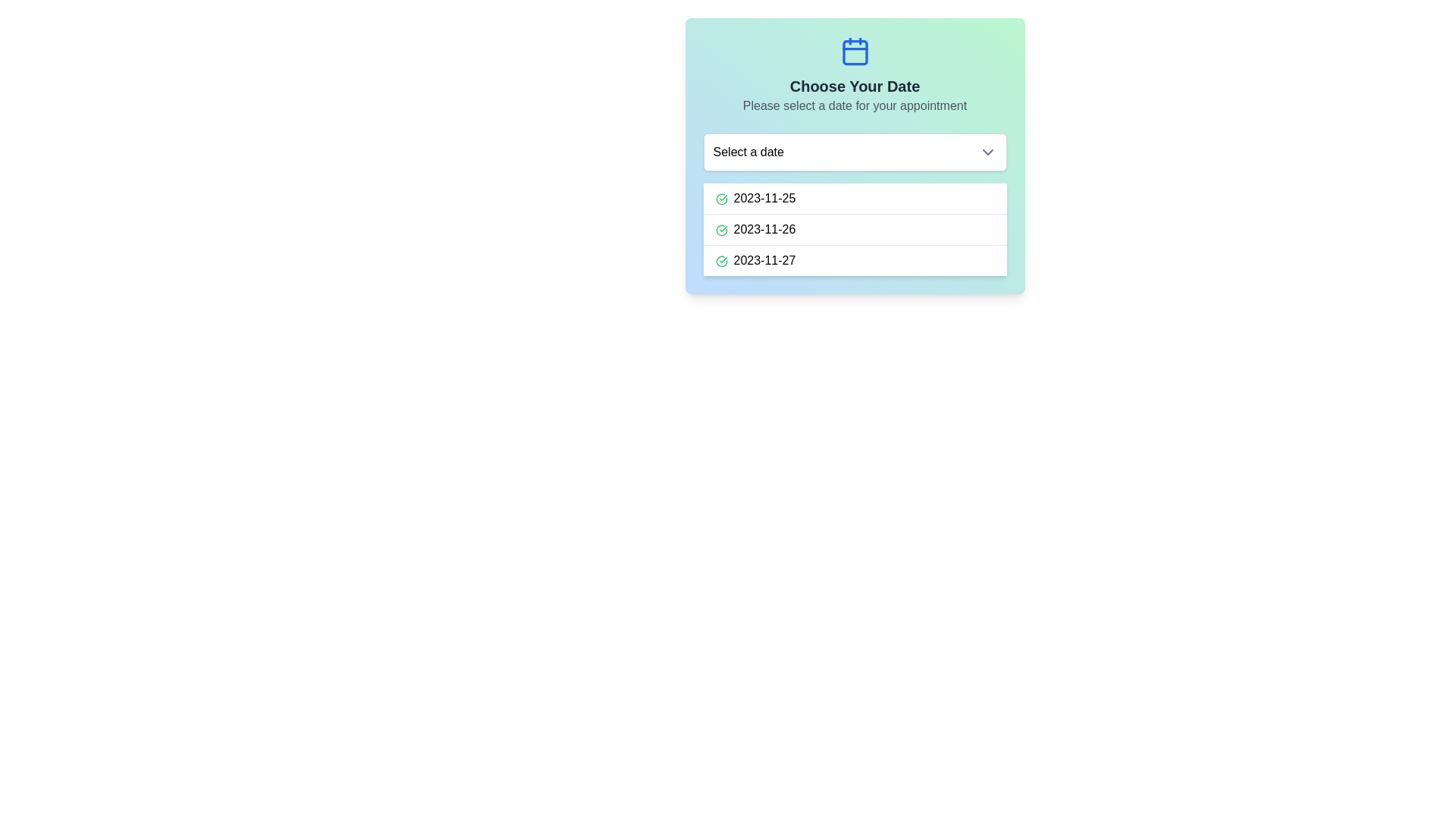  I want to click on the list item option '2023-11-27' in the dropdown menu titled 'Choose Your Date', so click(855, 259).